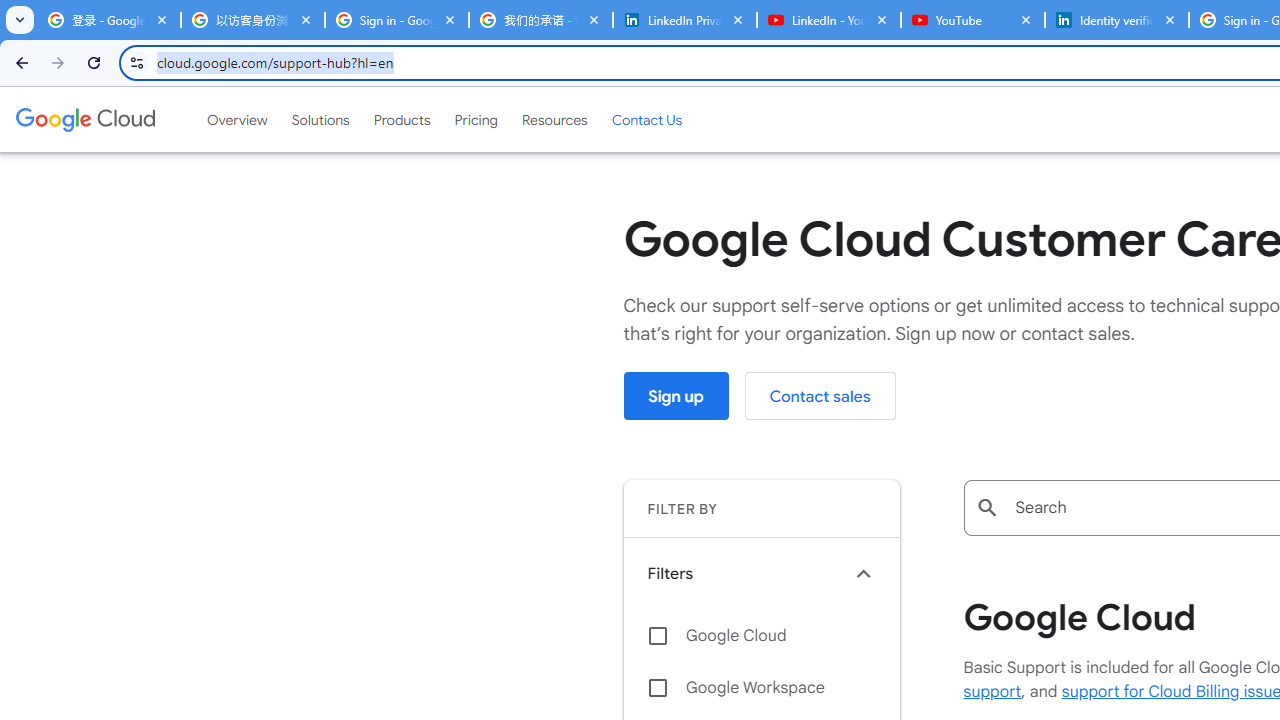 The image size is (1280, 720). I want to click on 'Google Workspace', so click(760, 686).